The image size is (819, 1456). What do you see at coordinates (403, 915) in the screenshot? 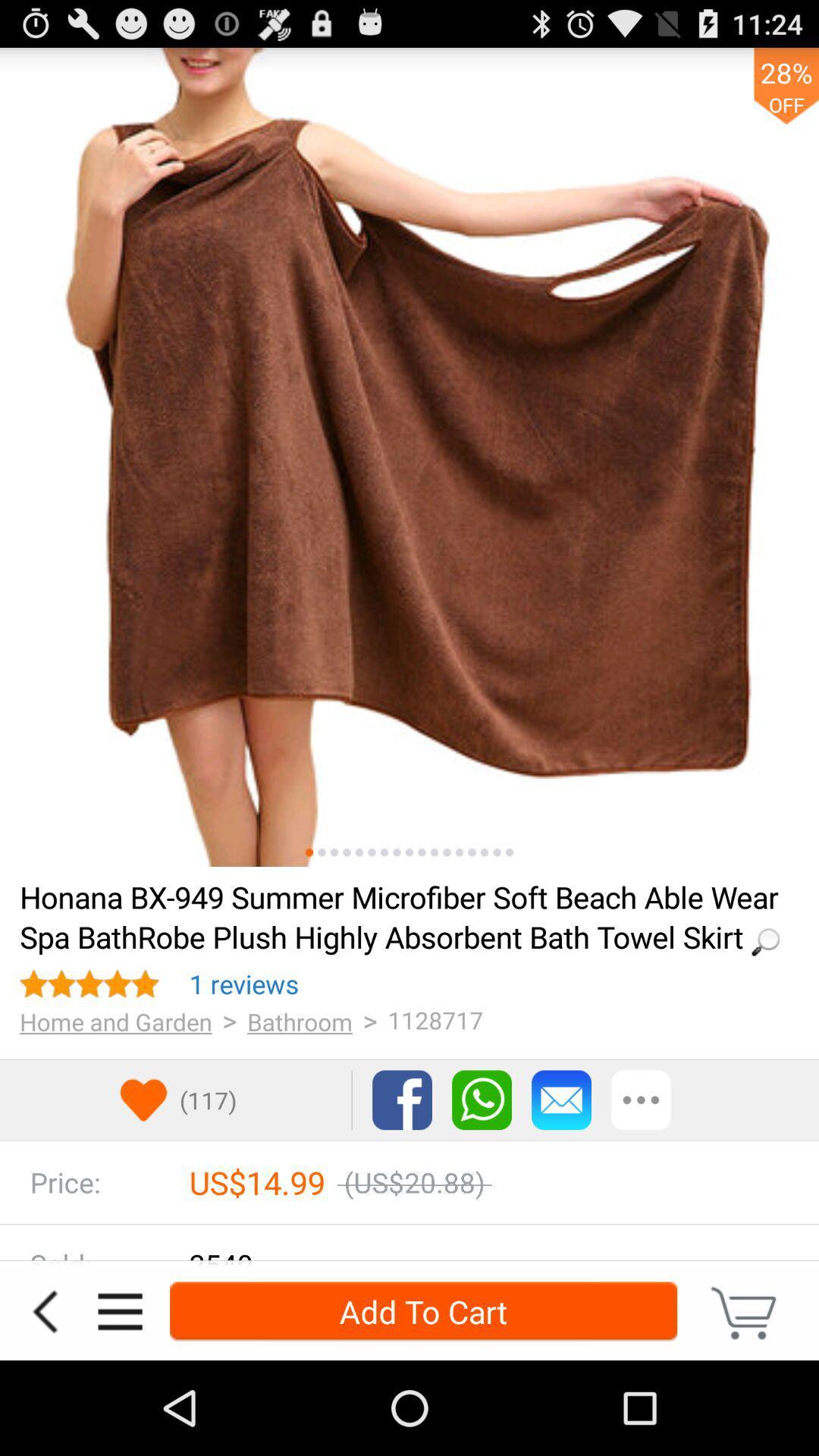
I see `item above 1 reviews item` at bounding box center [403, 915].